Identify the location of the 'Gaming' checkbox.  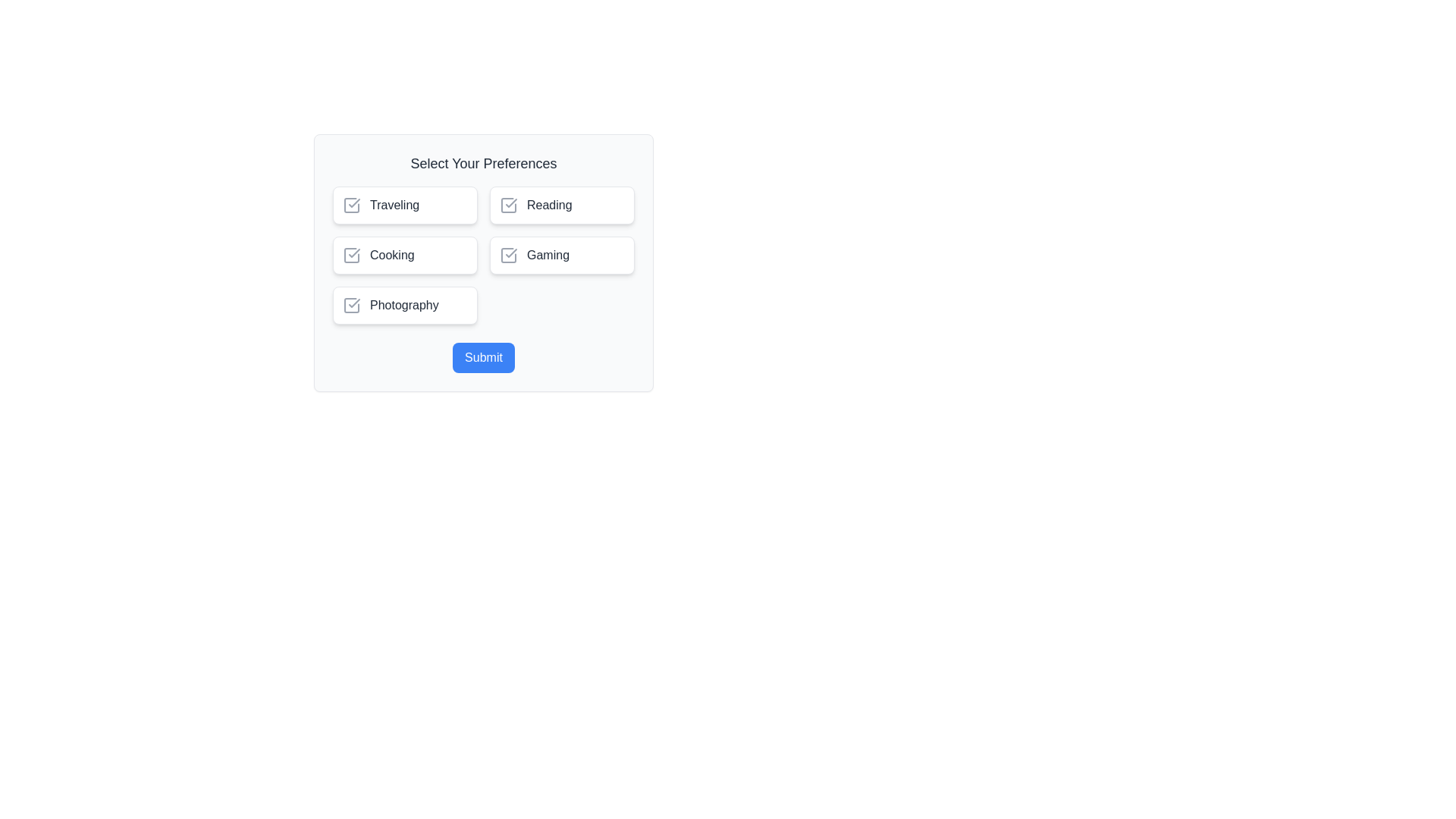
(509, 254).